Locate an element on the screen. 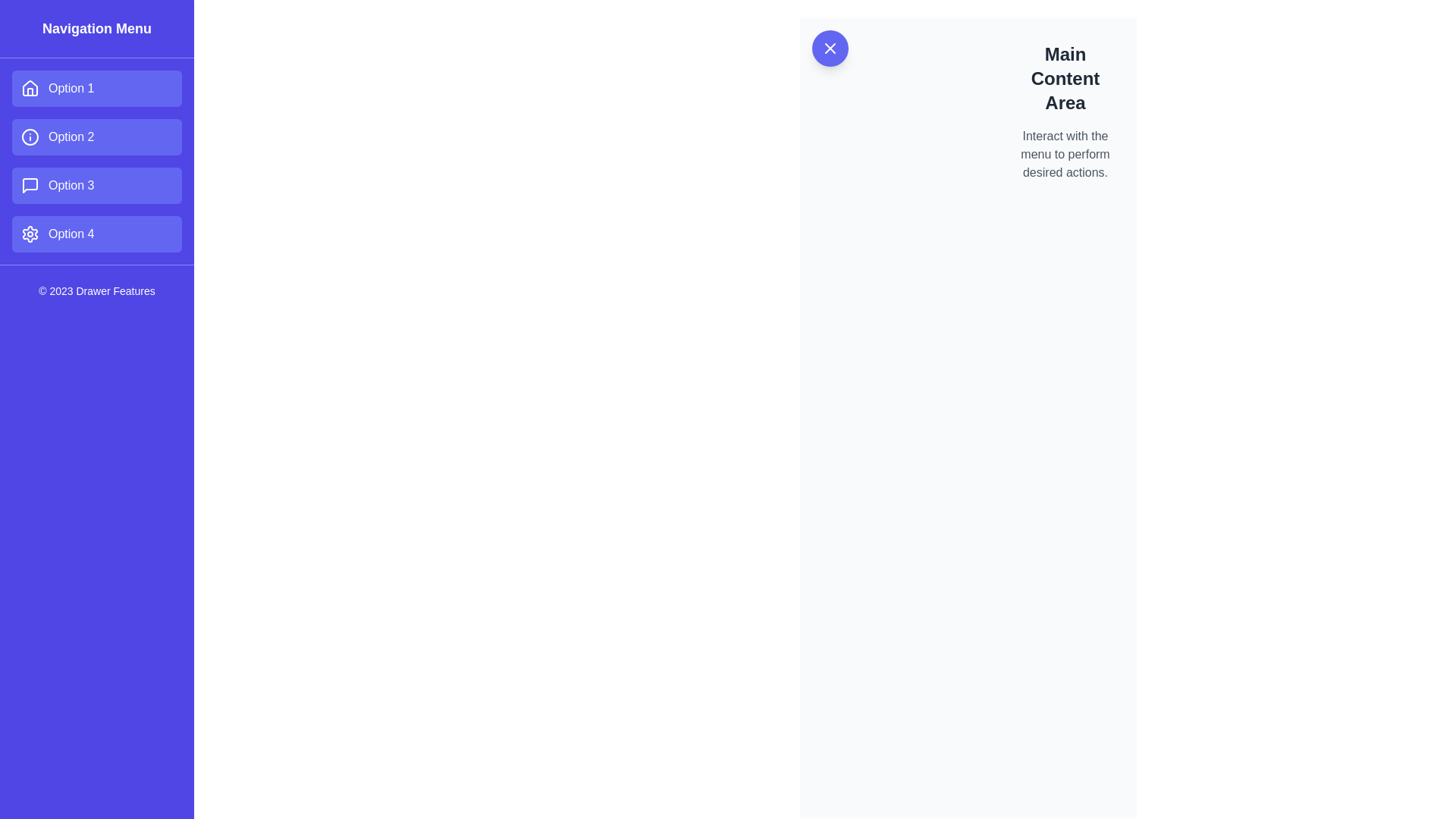 The height and width of the screenshot is (819, 1456). the text label displaying '© 2023 Drawer Features' at the bottom of the vertical navigation panel is located at coordinates (96, 291).